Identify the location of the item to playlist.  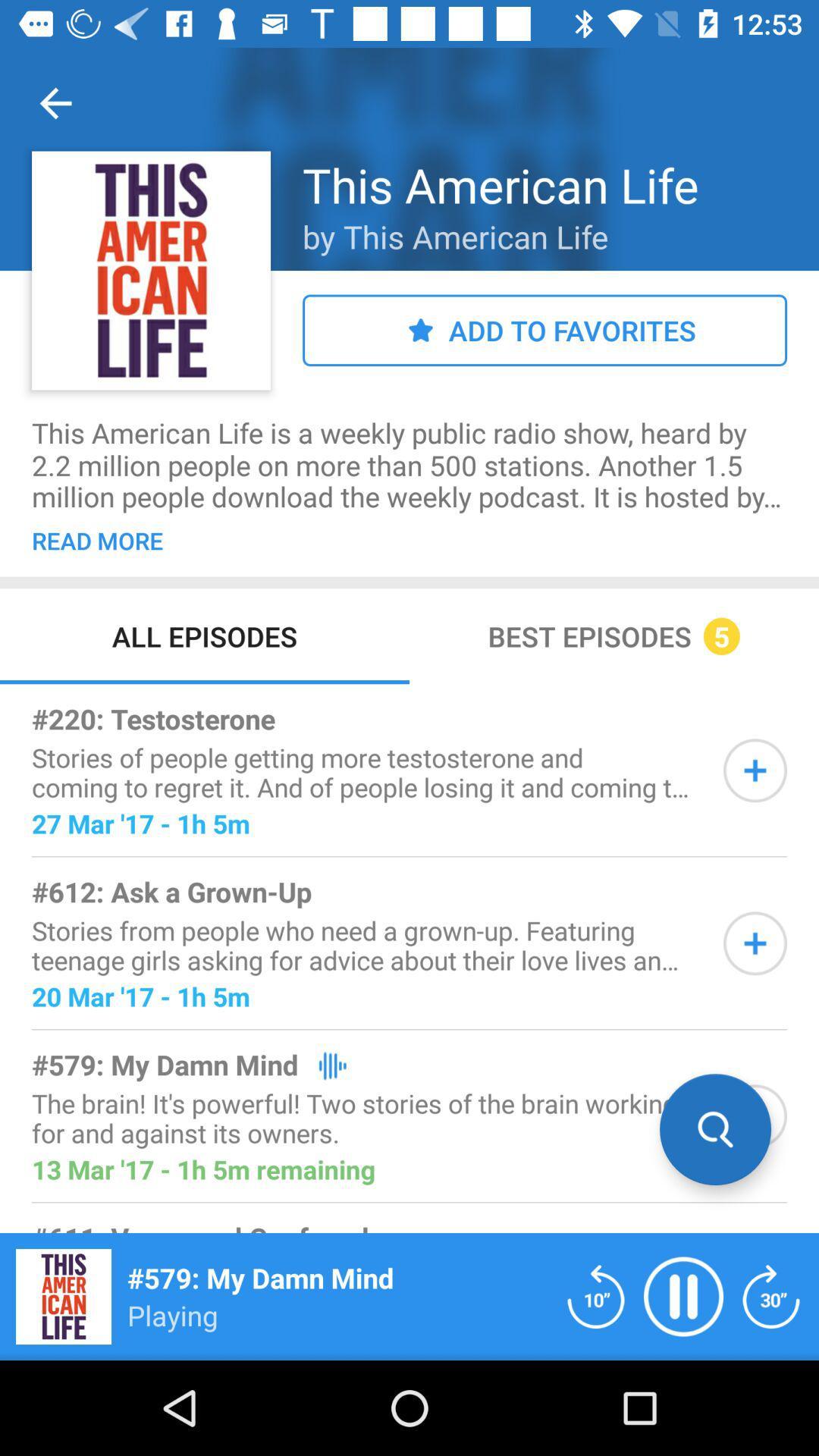
(755, 943).